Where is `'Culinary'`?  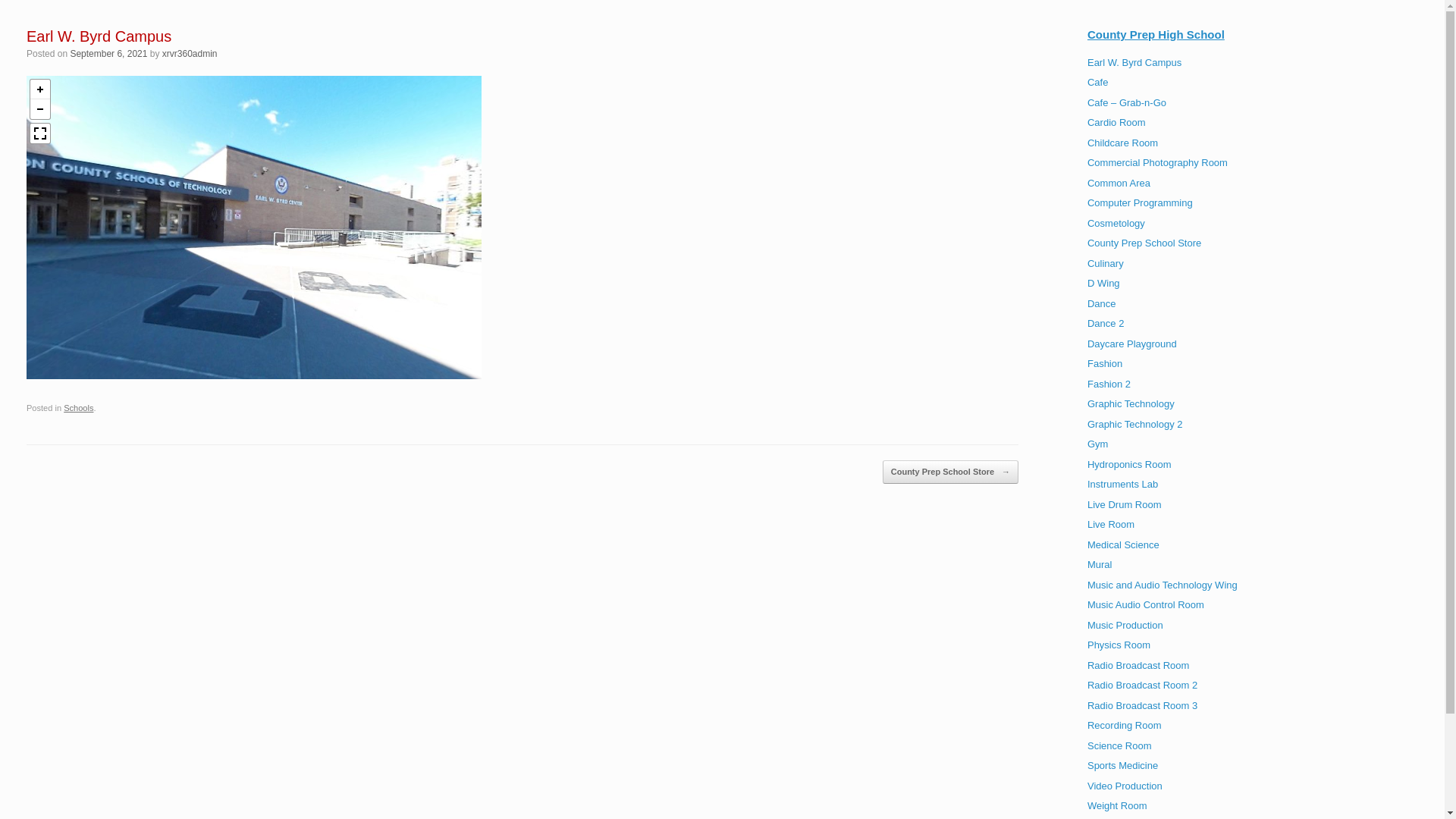 'Culinary' is located at coordinates (1087, 262).